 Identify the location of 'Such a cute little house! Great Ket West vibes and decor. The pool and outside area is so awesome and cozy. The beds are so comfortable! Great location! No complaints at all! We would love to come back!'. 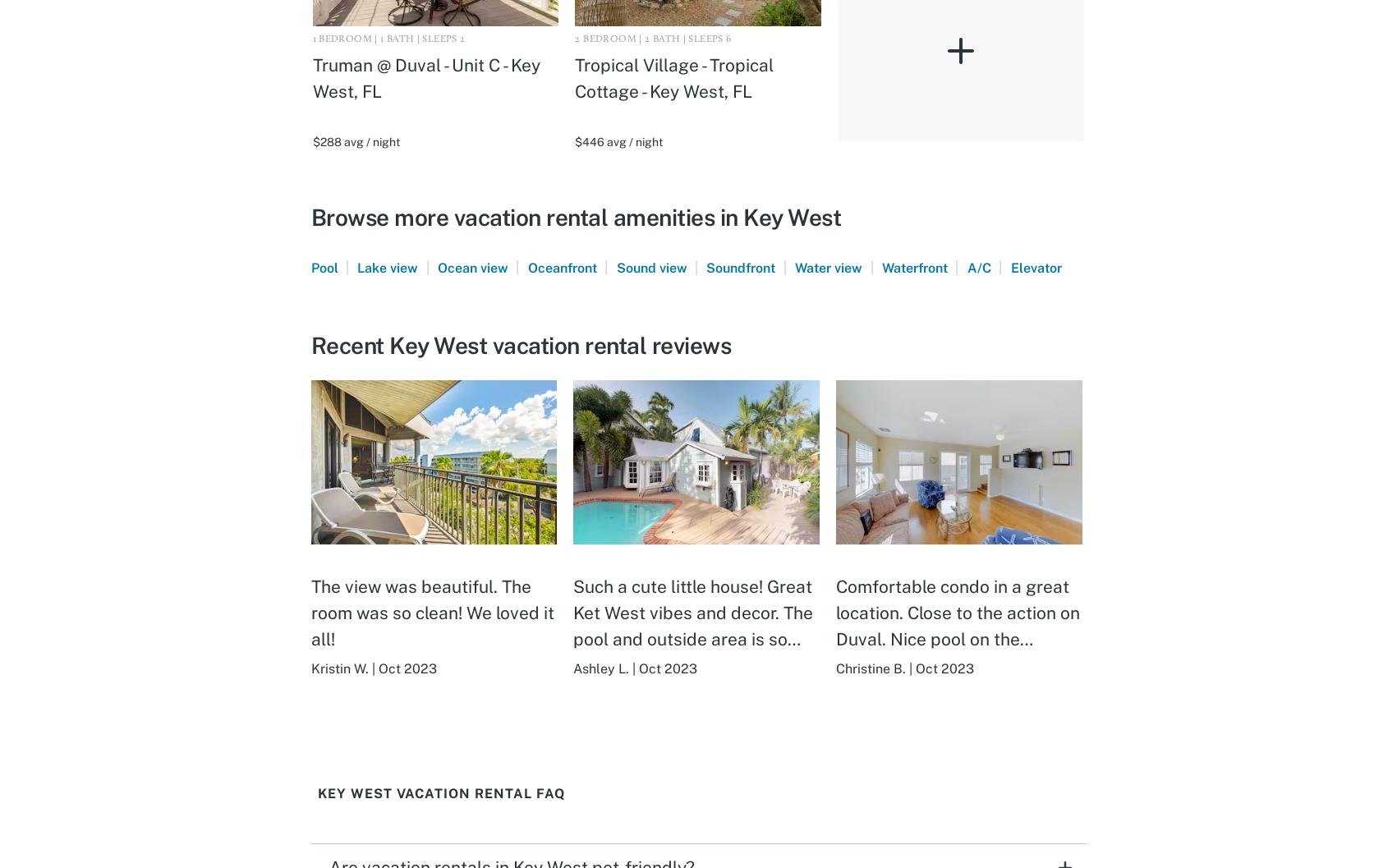
(693, 664).